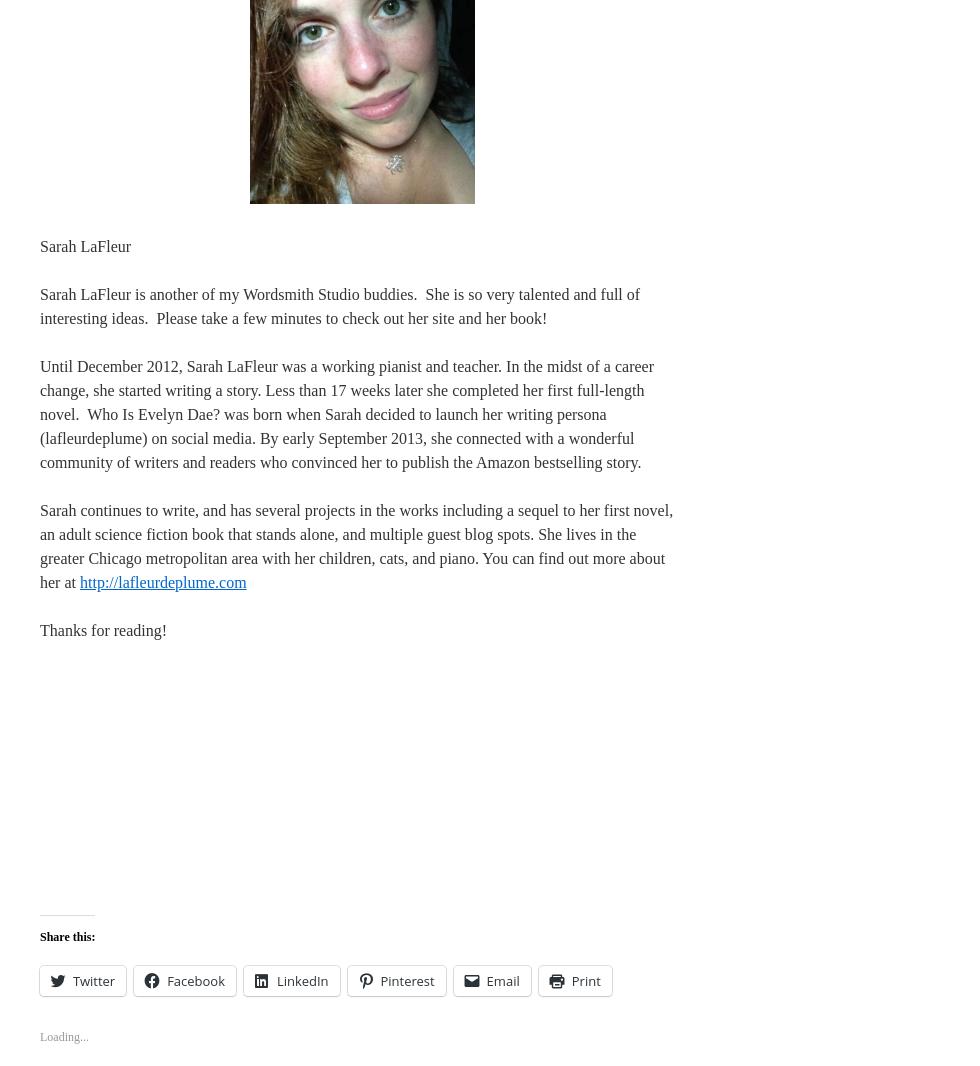 The width and height of the screenshot is (980, 1066). I want to click on 'Sarah LaFleur', so click(85, 244).